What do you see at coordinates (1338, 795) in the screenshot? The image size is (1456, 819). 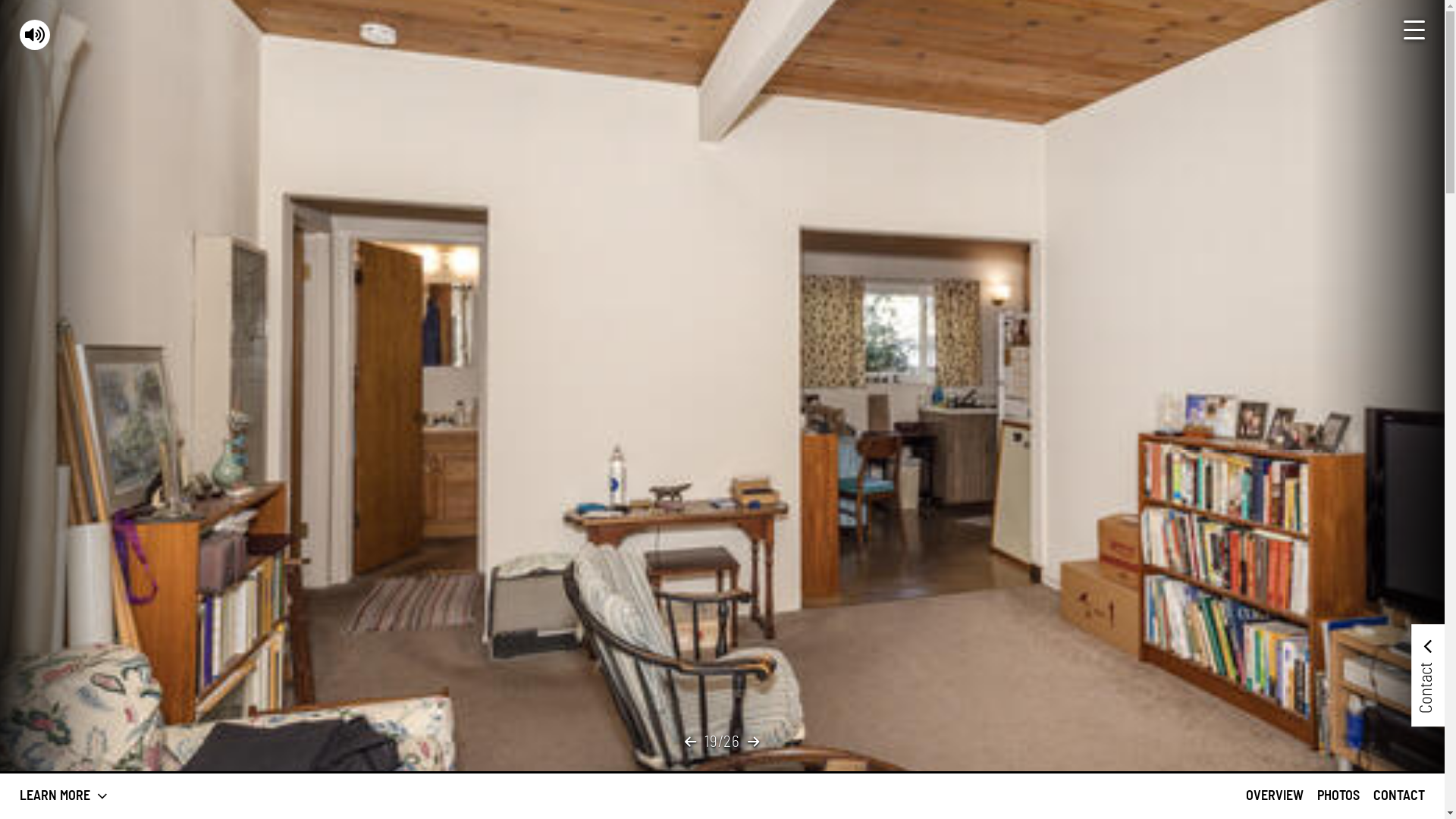 I see `'PHOTOS'` at bounding box center [1338, 795].